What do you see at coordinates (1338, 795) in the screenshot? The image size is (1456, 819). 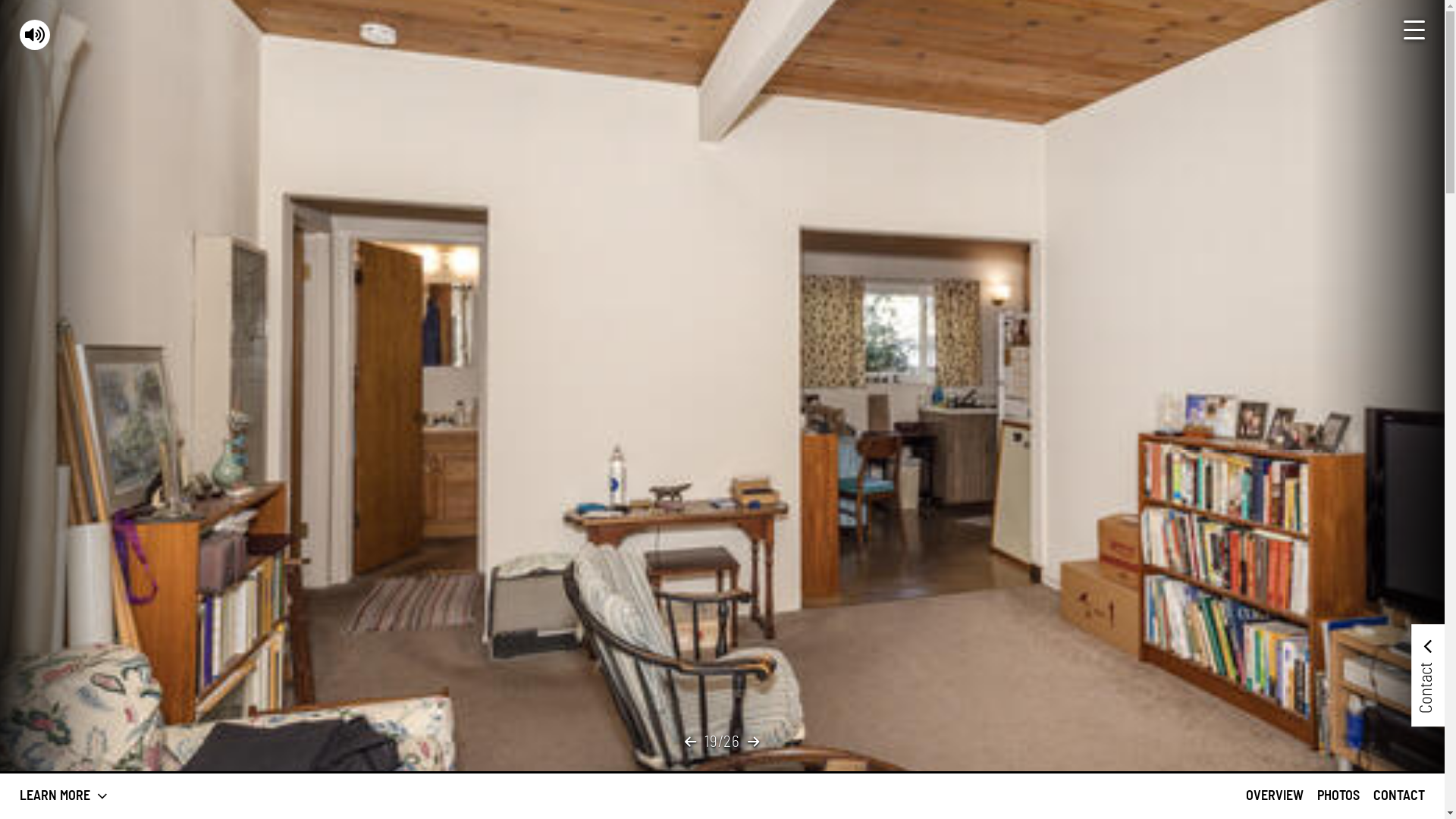 I see `'PHOTOS'` at bounding box center [1338, 795].